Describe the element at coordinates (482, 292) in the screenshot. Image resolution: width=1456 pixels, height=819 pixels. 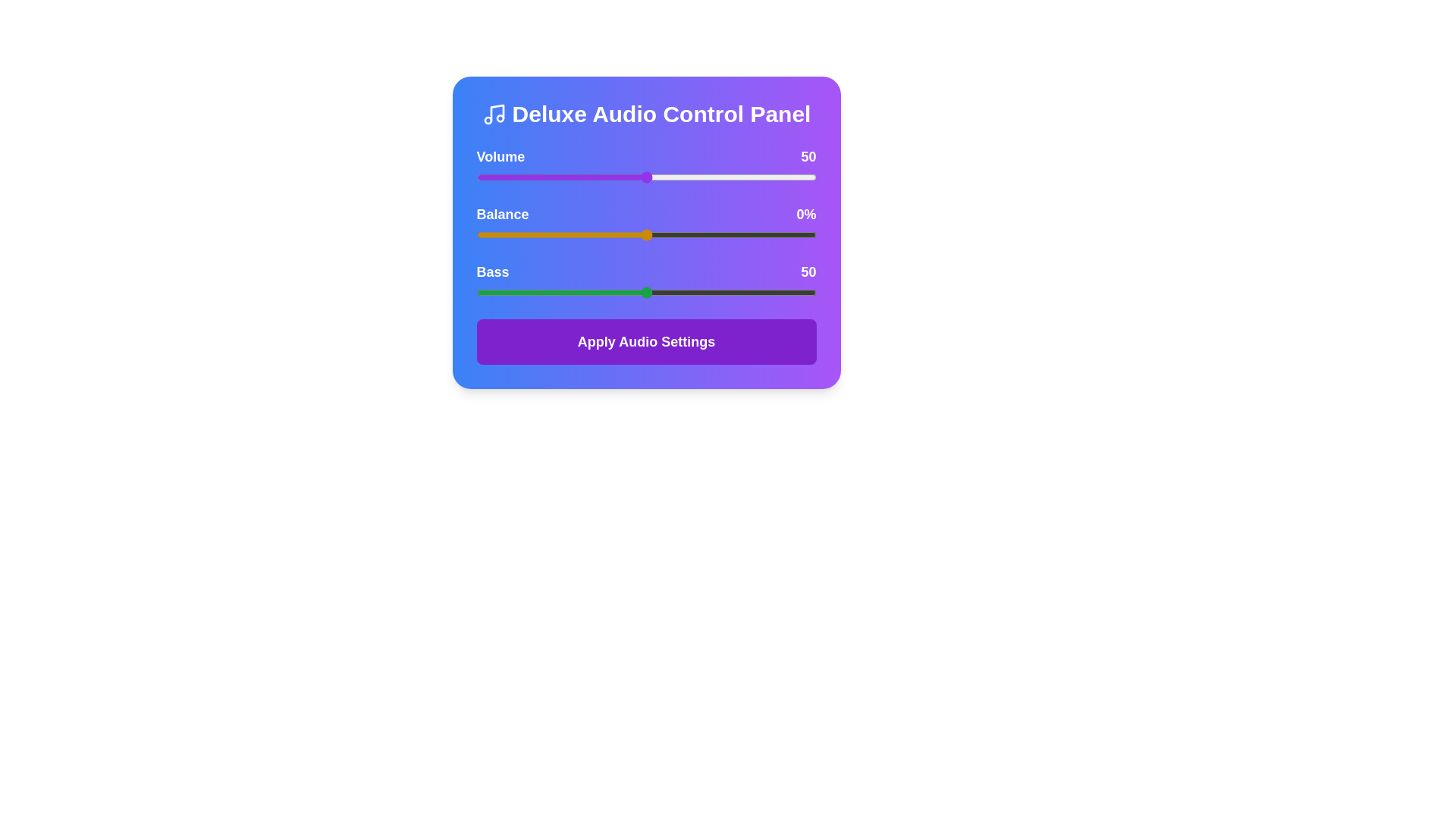
I see `bass level` at that location.